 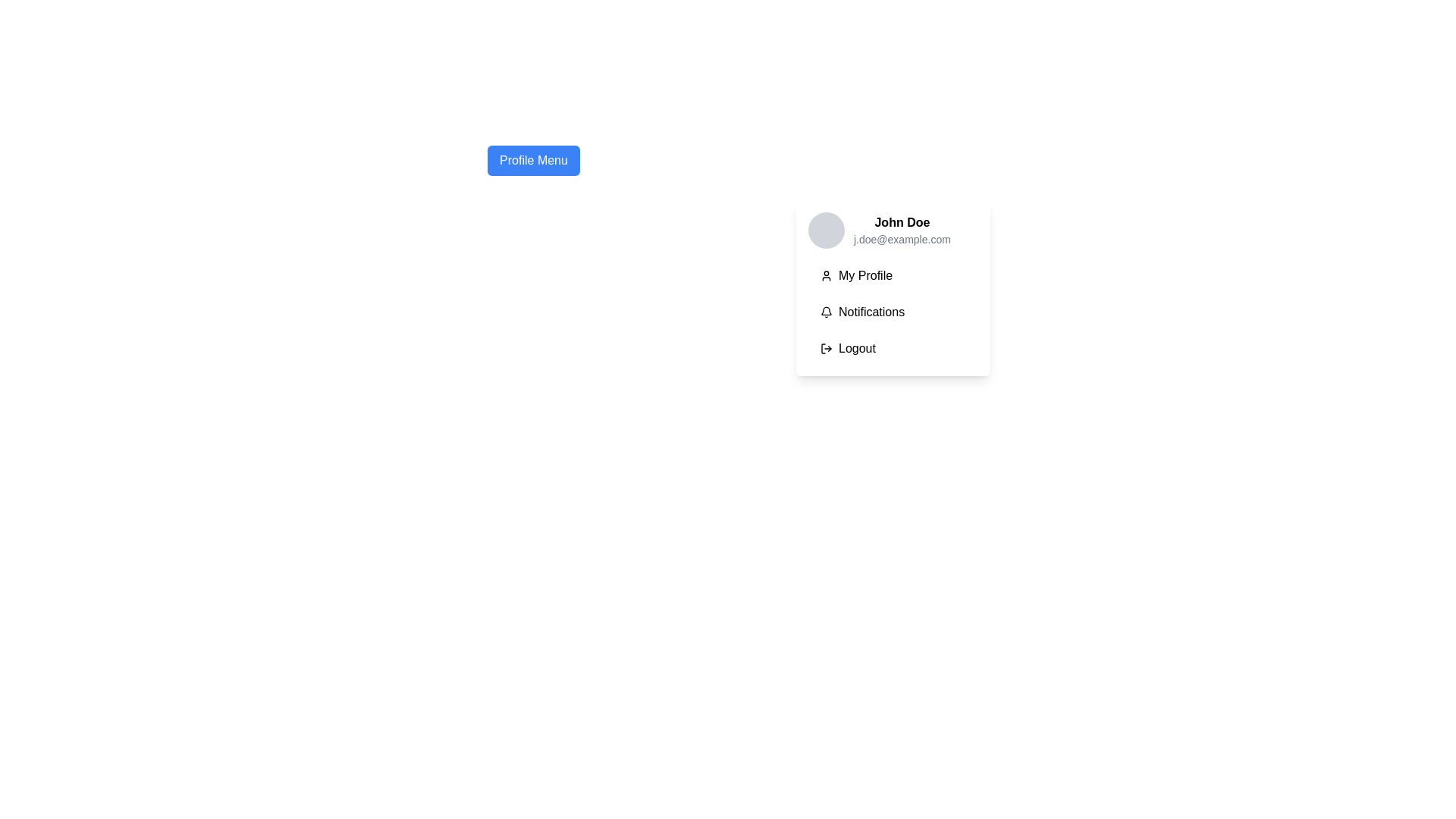 What do you see at coordinates (902, 222) in the screenshot?
I see `the user name text label that displays the user's identification in the profile menu, located above the email address 'j.doe@example.com' in the dropdown card` at bounding box center [902, 222].